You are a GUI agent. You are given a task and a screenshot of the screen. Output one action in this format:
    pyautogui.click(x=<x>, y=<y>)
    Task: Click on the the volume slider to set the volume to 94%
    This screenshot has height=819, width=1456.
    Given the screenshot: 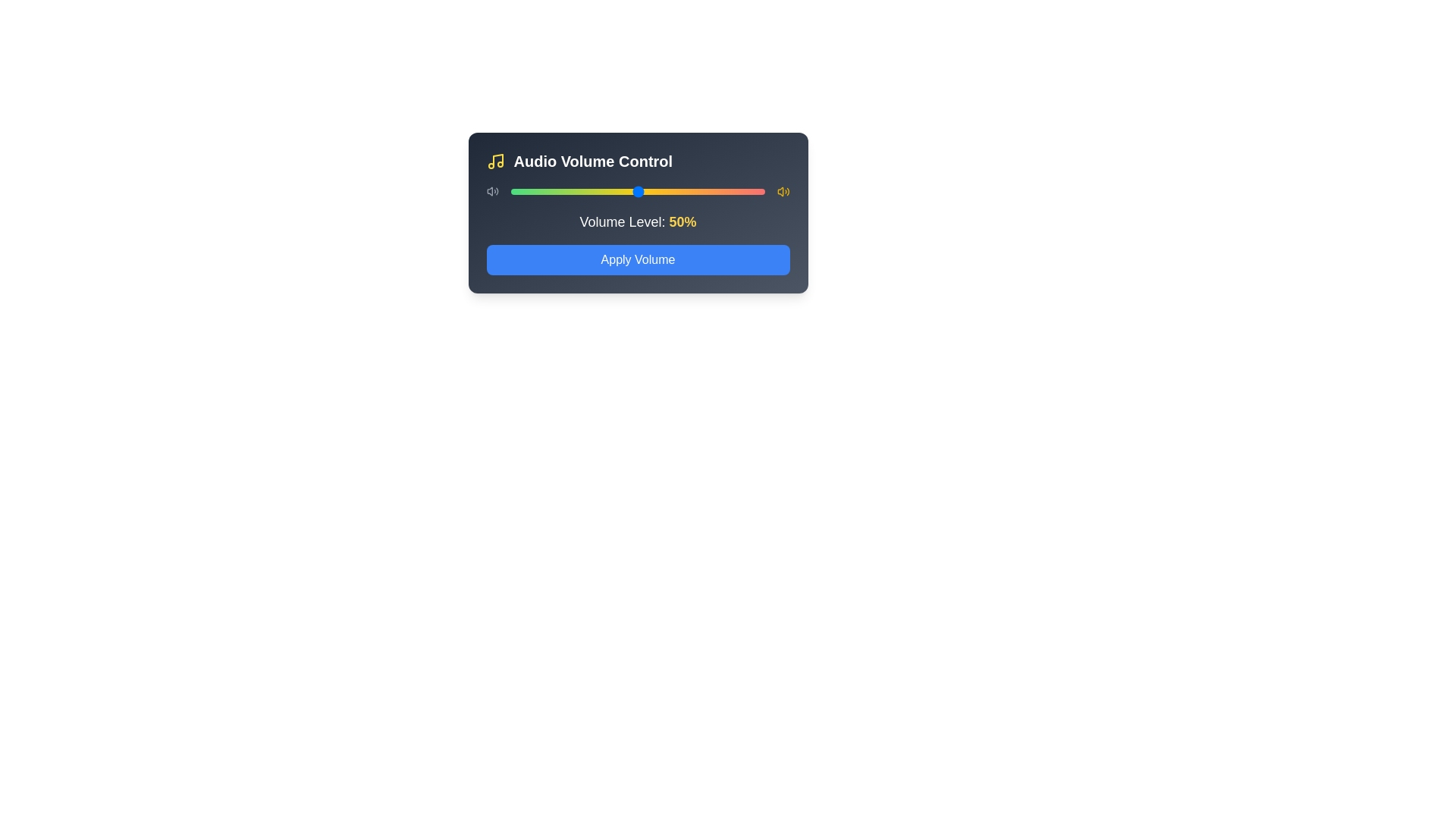 What is the action you would take?
    pyautogui.click(x=749, y=191)
    